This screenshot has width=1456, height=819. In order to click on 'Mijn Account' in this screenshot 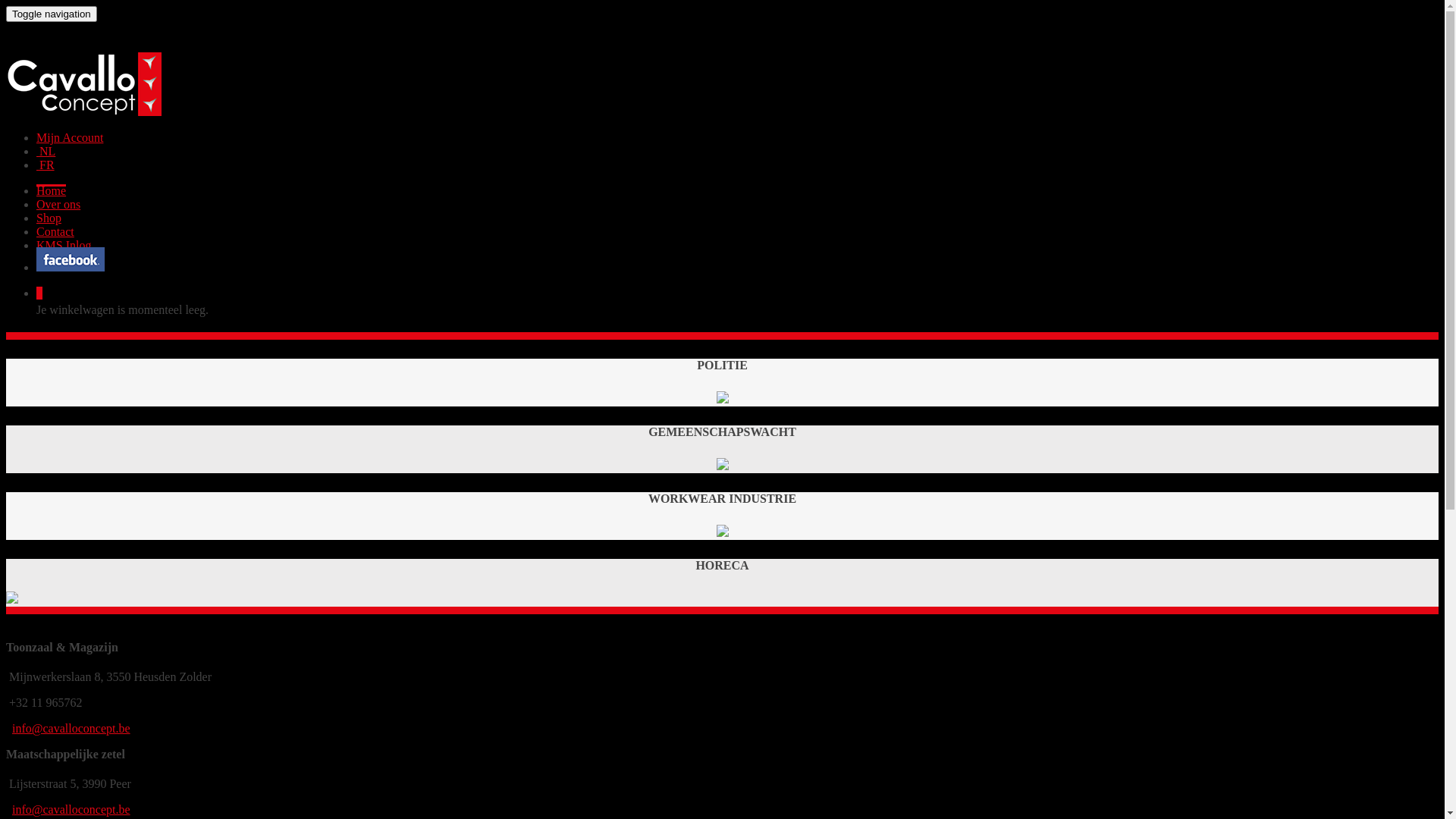, I will do `click(68, 137)`.